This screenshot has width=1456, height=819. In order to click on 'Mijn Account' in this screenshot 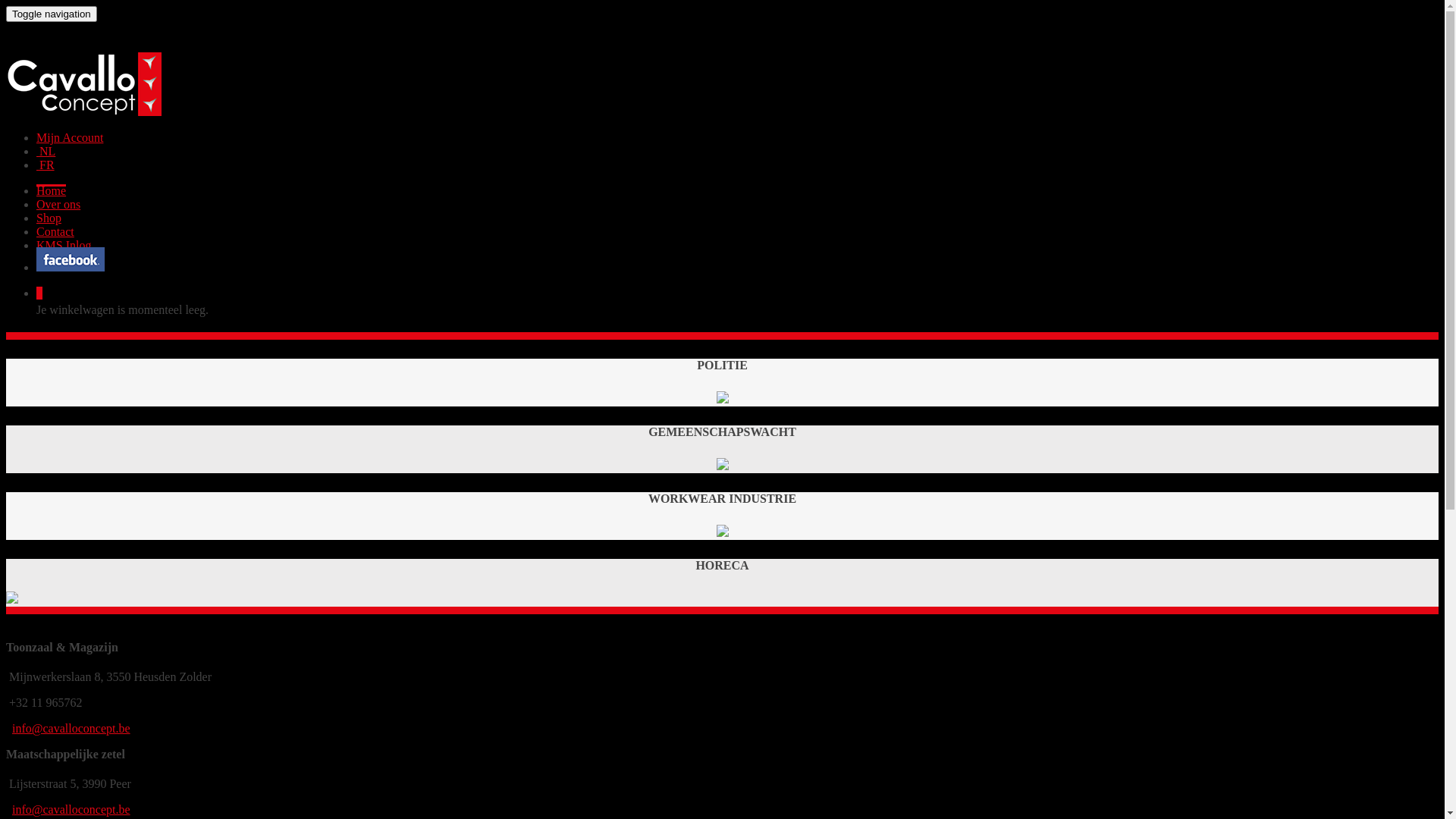, I will do `click(68, 137)`.